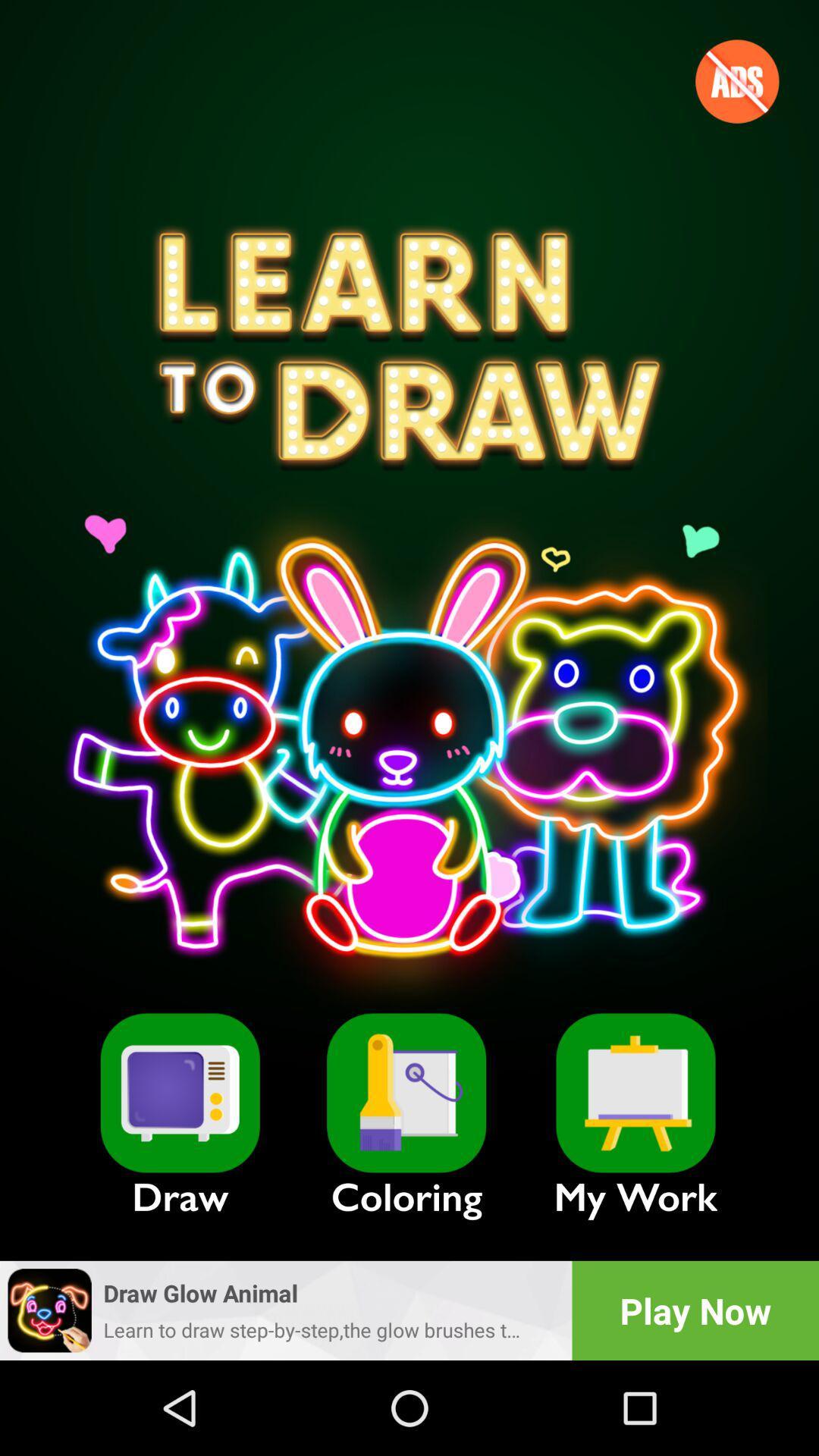 Image resolution: width=819 pixels, height=1456 pixels. What do you see at coordinates (695, 1310) in the screenshot?
I see `play now app` at bounding box center [695, 1310].